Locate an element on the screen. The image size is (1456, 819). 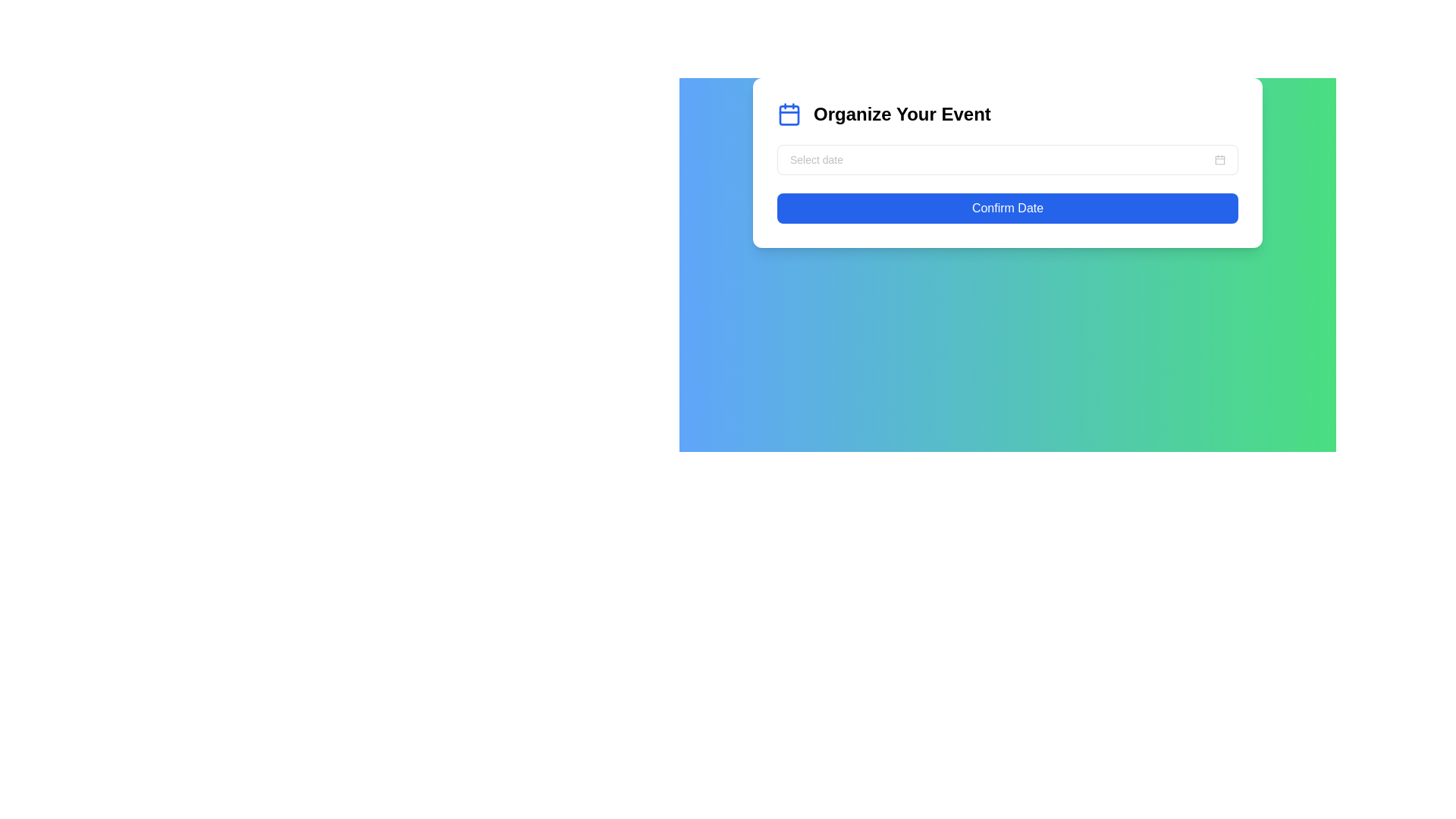
the dropdown menu with calendar functionality located below the 'Organize Your Event' heading and above the 'Confirm Date' button to type or modify the date is located at coordinates (1008, 160).